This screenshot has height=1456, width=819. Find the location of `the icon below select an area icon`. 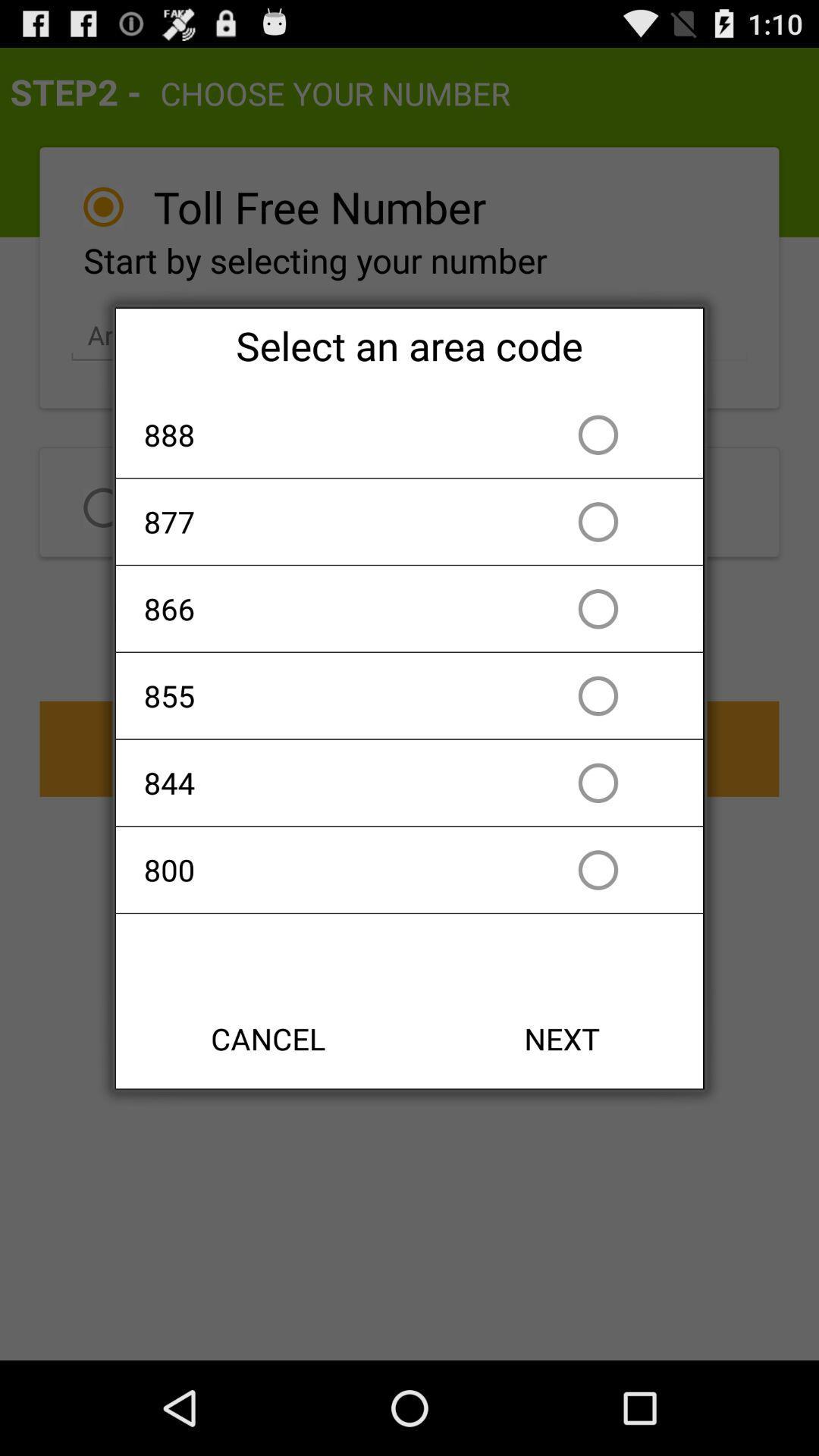

the icon below select an area icon is located at coordinates (322, 434).